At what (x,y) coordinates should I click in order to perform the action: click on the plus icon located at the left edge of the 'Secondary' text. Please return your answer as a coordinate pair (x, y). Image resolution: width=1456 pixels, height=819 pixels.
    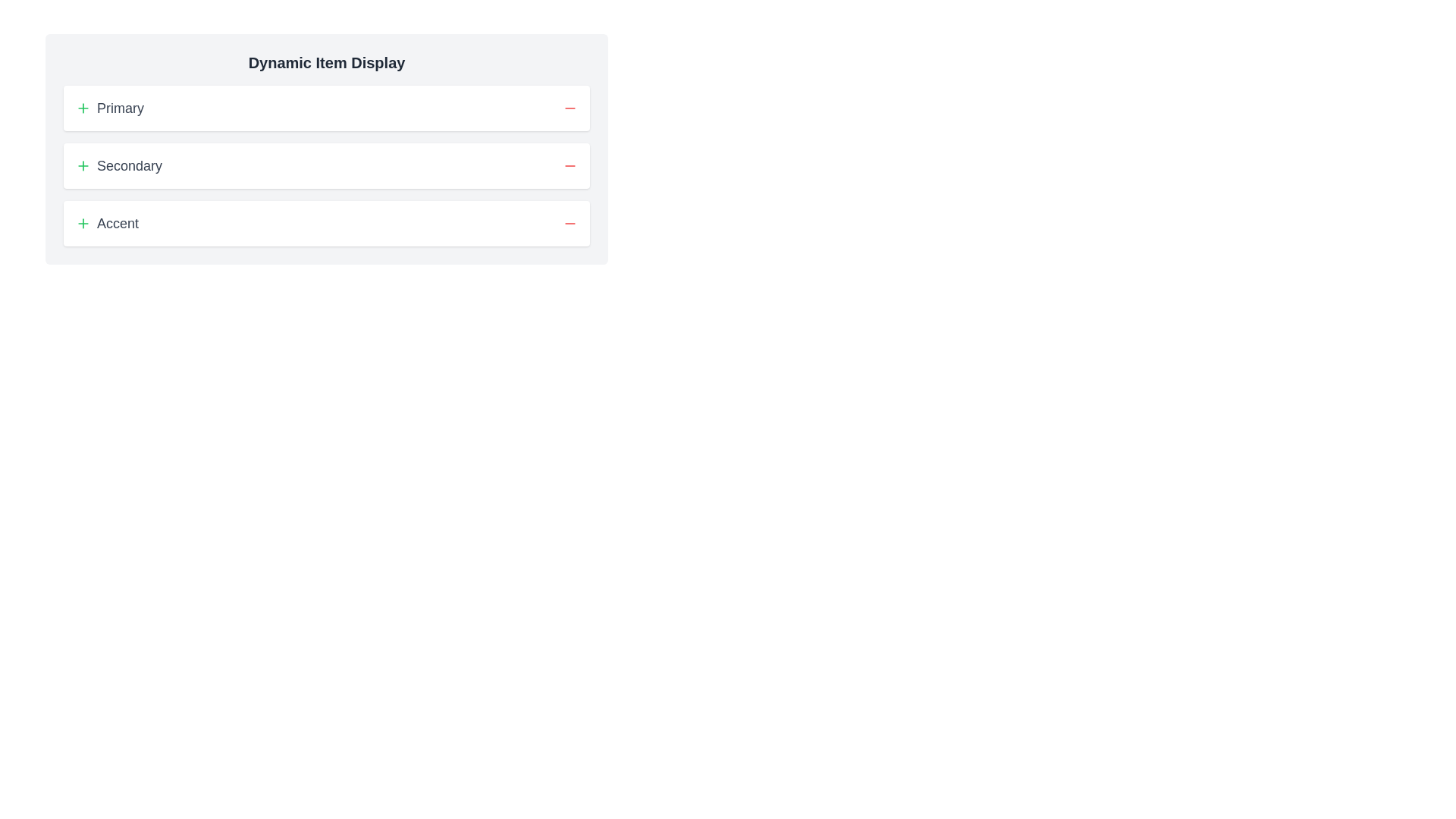
    Looking at the image, I should click on (83, 166).